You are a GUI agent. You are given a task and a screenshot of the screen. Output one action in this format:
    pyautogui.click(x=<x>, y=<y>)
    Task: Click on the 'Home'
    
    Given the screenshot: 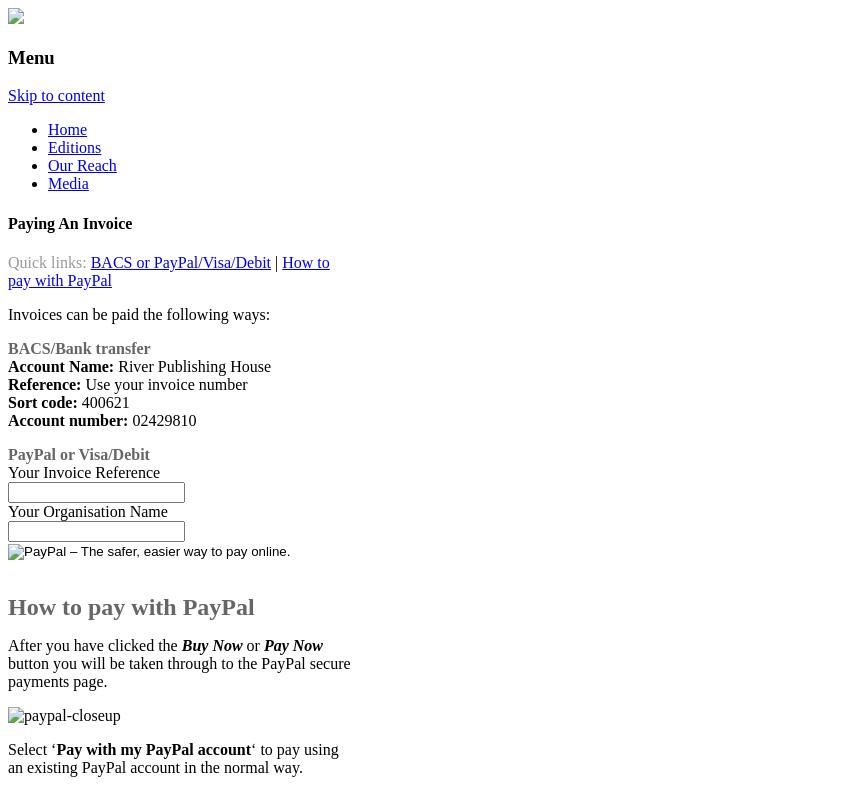 What is the action you would take?
    pyautogui.click(x=46, y=129)
    